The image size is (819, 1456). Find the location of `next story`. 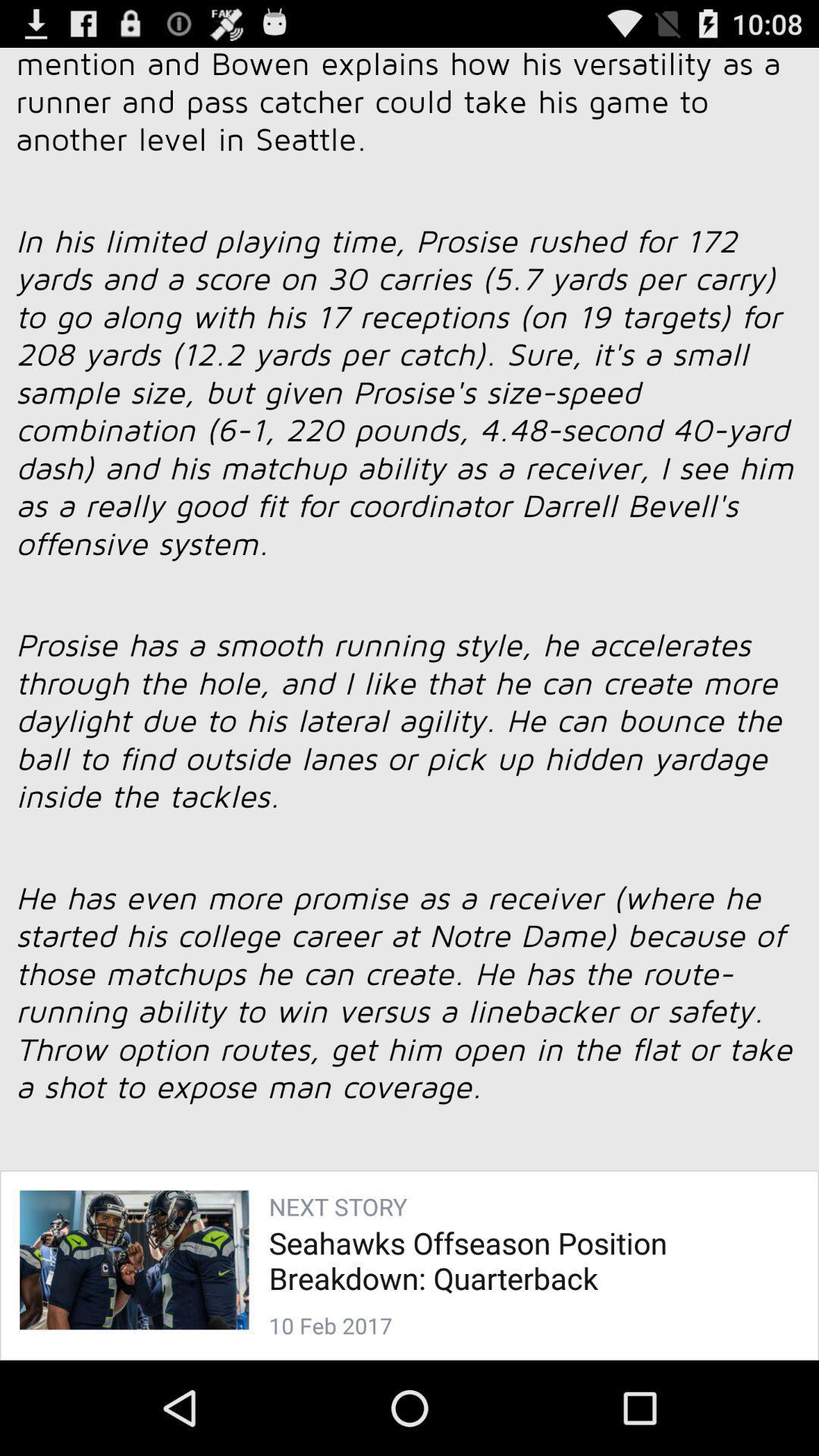

next story is located at coordinates (409, 683).